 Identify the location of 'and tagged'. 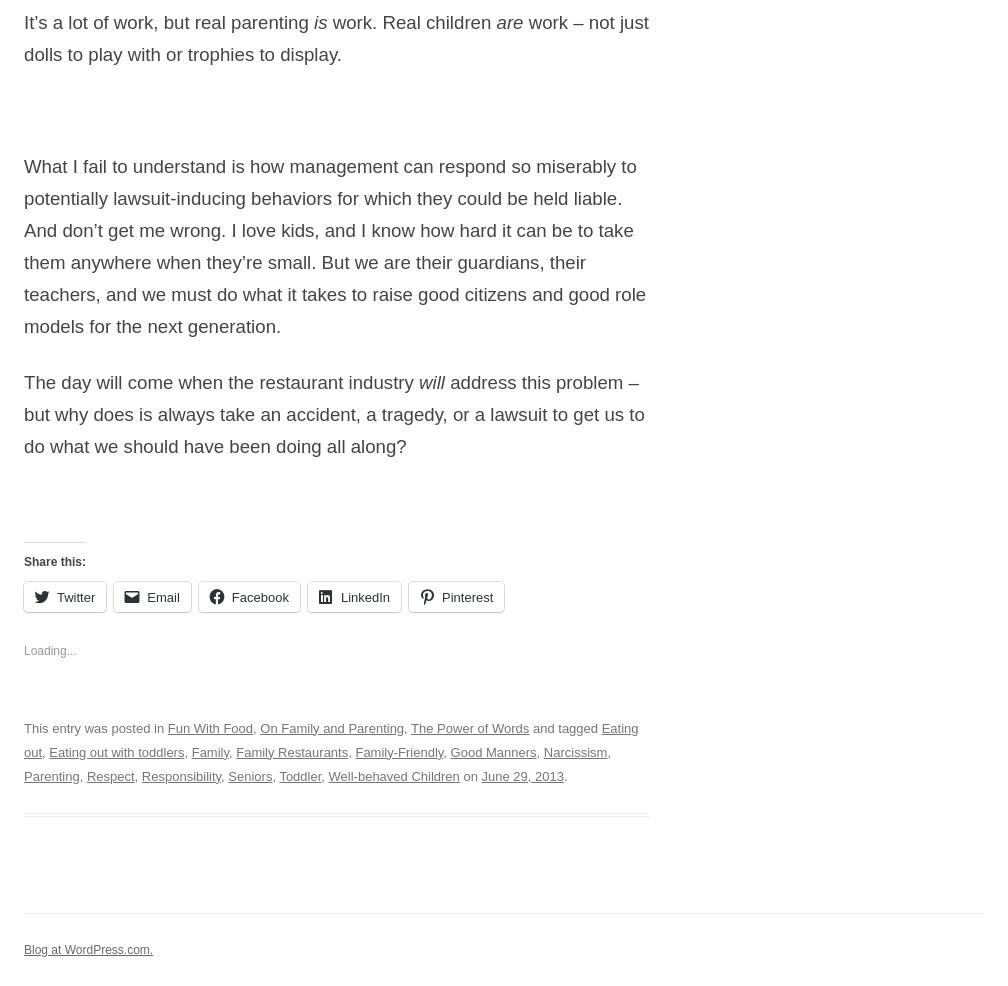
(564, 726).